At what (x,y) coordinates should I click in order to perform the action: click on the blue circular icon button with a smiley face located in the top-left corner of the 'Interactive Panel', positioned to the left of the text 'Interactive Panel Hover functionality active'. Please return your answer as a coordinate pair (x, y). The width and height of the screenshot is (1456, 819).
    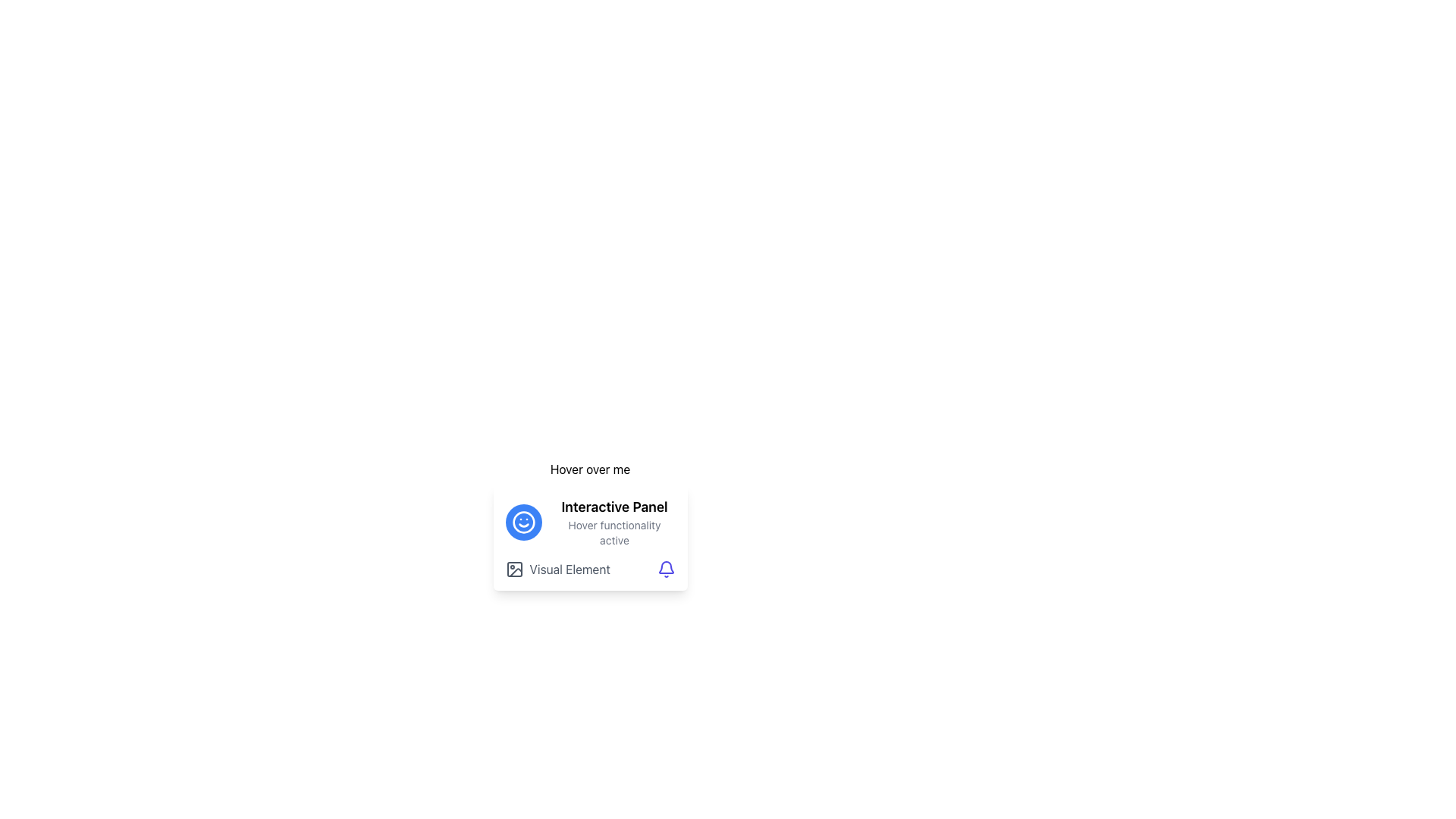
    Looking at the image, I should click on (523, 522).